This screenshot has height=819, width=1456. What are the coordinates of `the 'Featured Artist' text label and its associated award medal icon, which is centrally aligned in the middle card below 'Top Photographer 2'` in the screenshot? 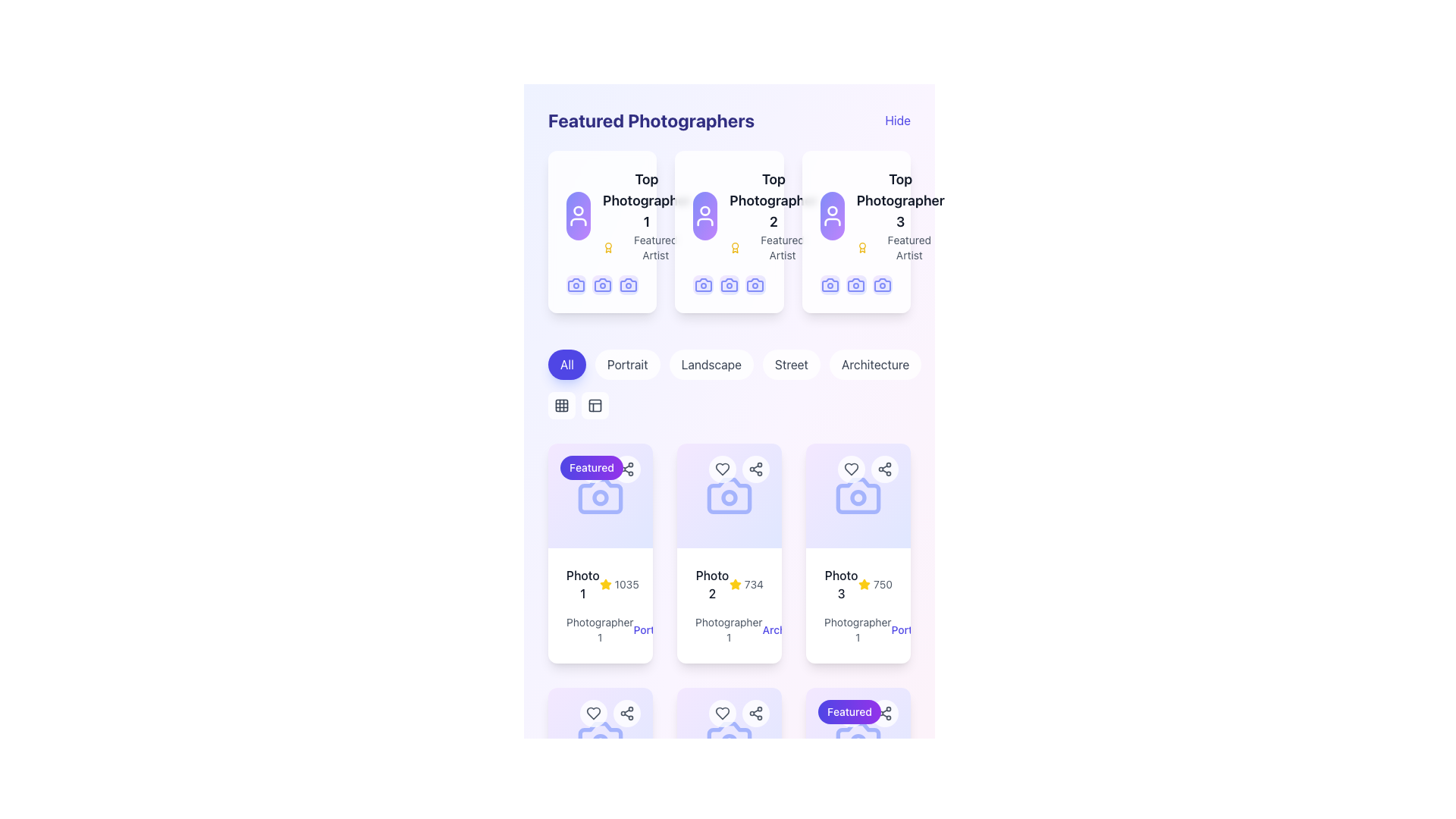 It's located at (773, 247).